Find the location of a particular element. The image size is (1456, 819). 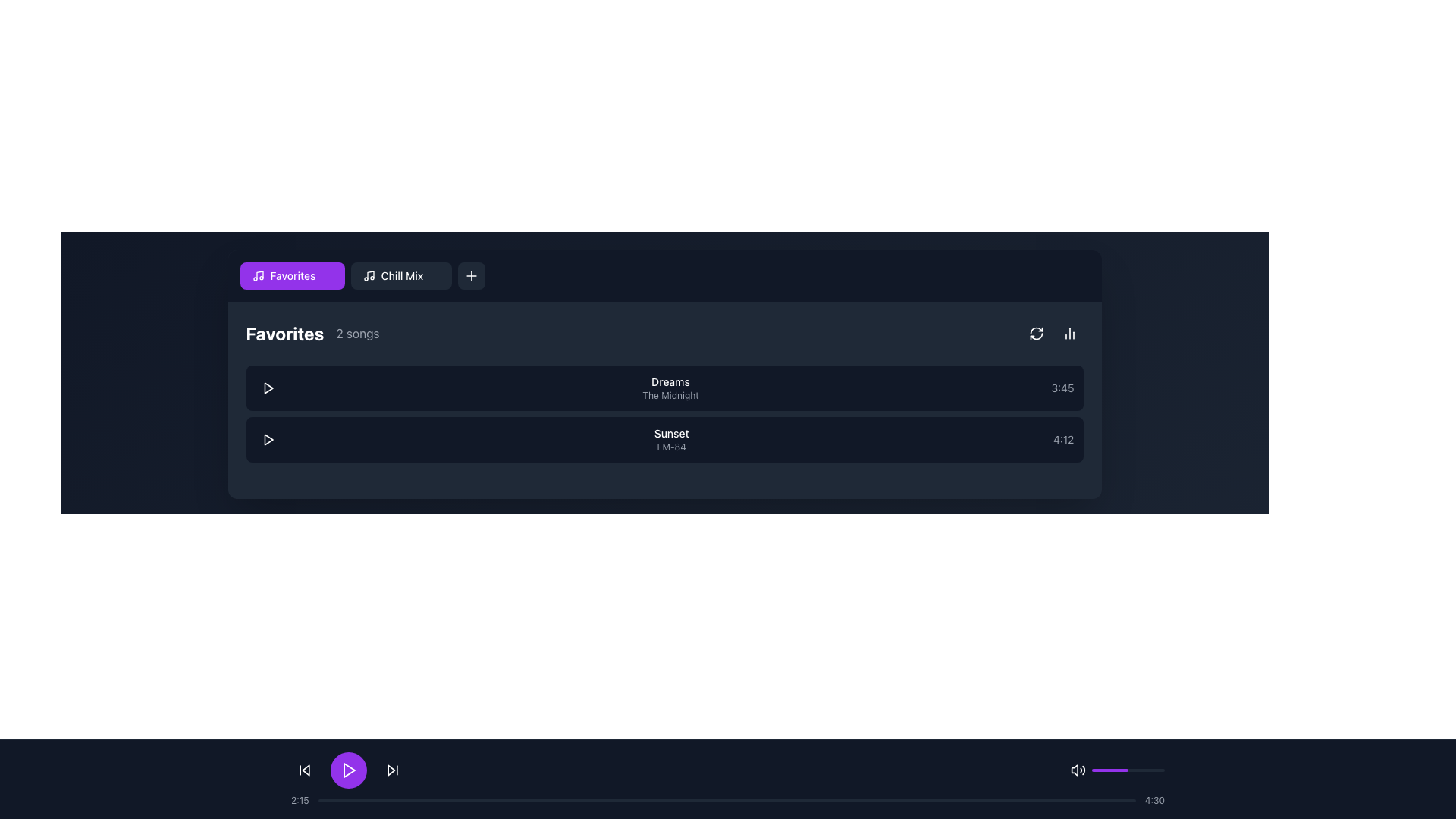

slider position is located at coordinates (1152, 770).